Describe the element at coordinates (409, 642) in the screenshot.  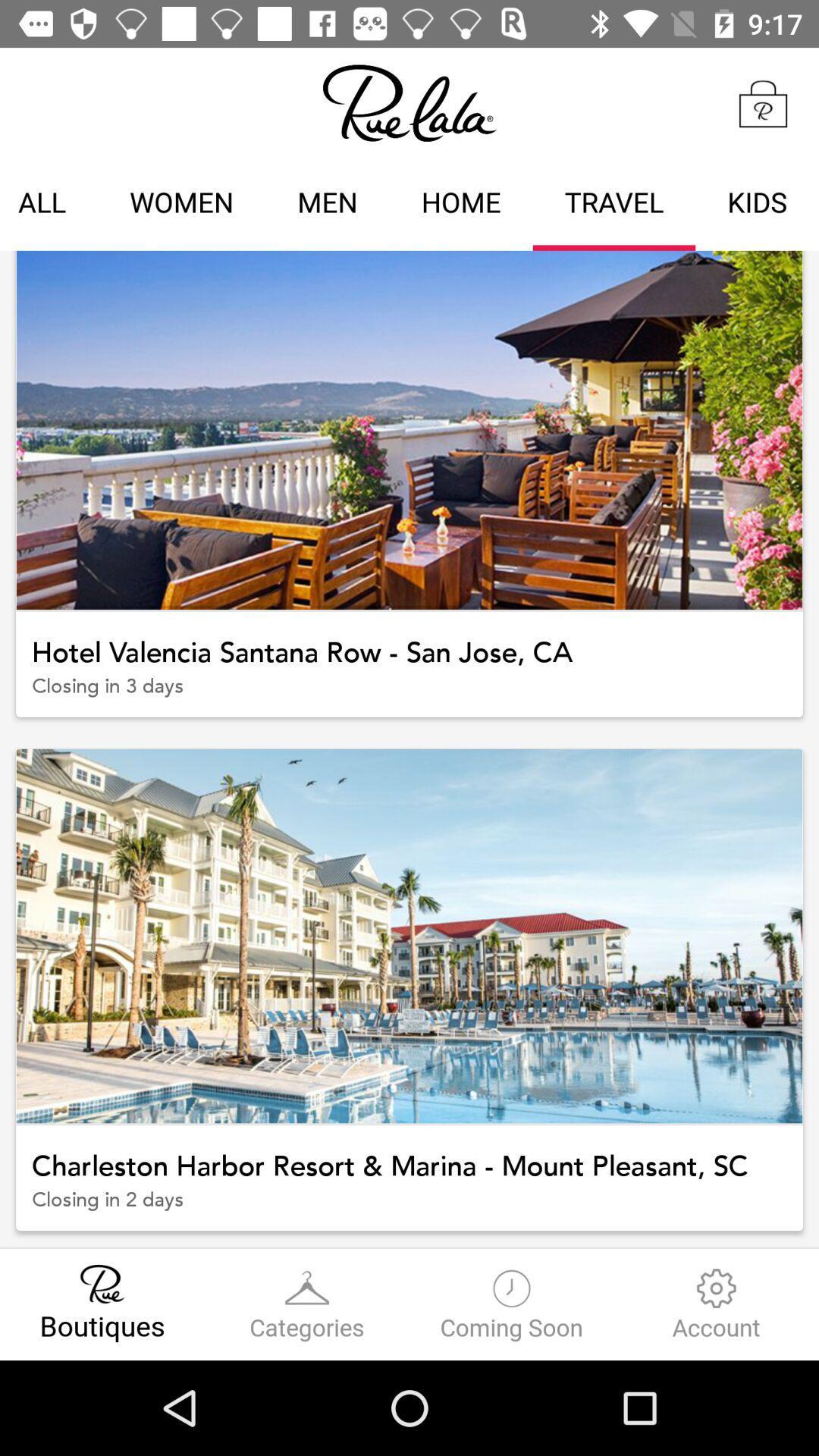
I see `hotel valencia santana item` at that location.